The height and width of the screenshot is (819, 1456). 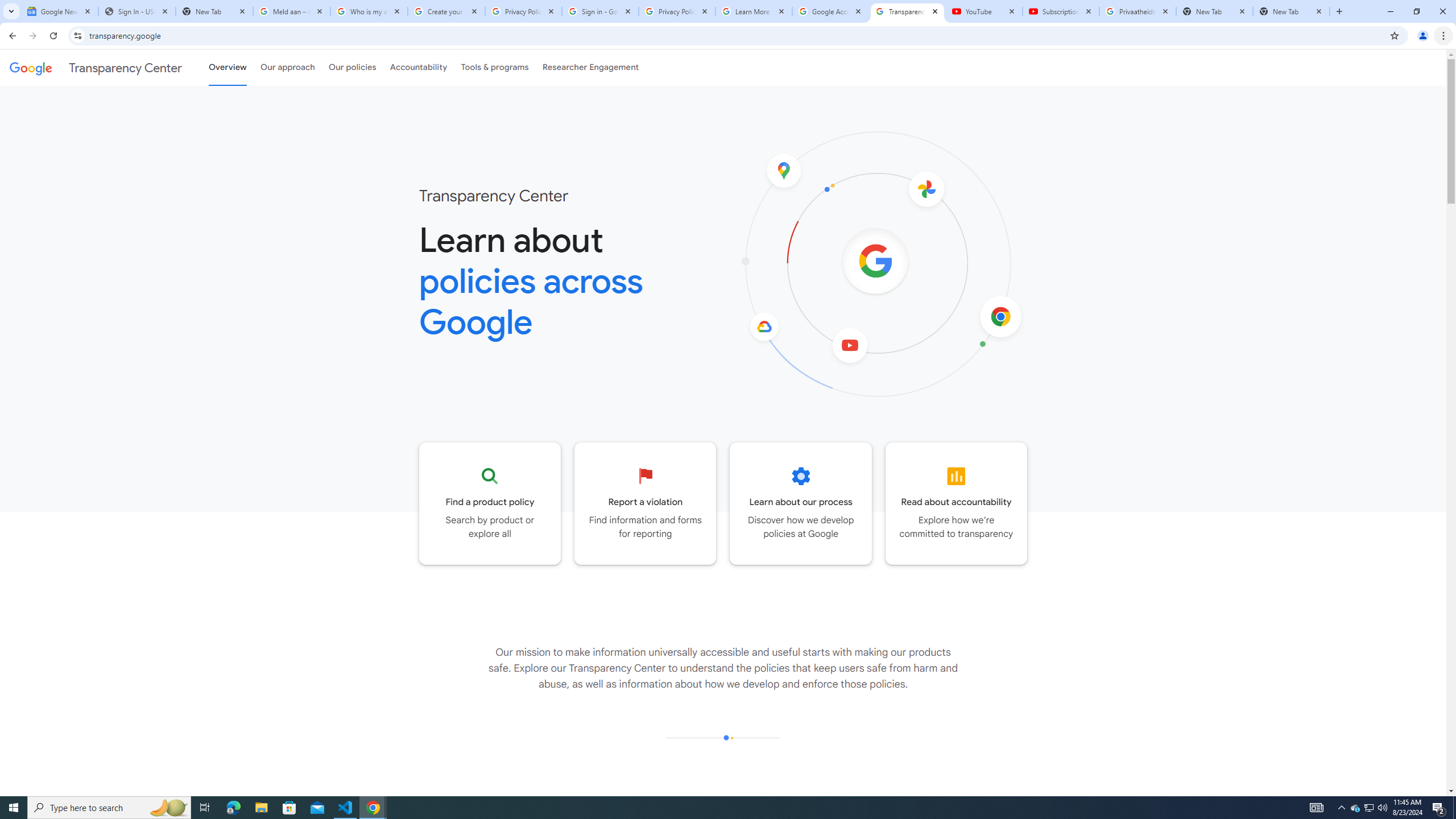 What do you see at coordinates (490, 503) in the screenshot?
I see `'Go to the Product policy page'` at bounding box center [490, 503].